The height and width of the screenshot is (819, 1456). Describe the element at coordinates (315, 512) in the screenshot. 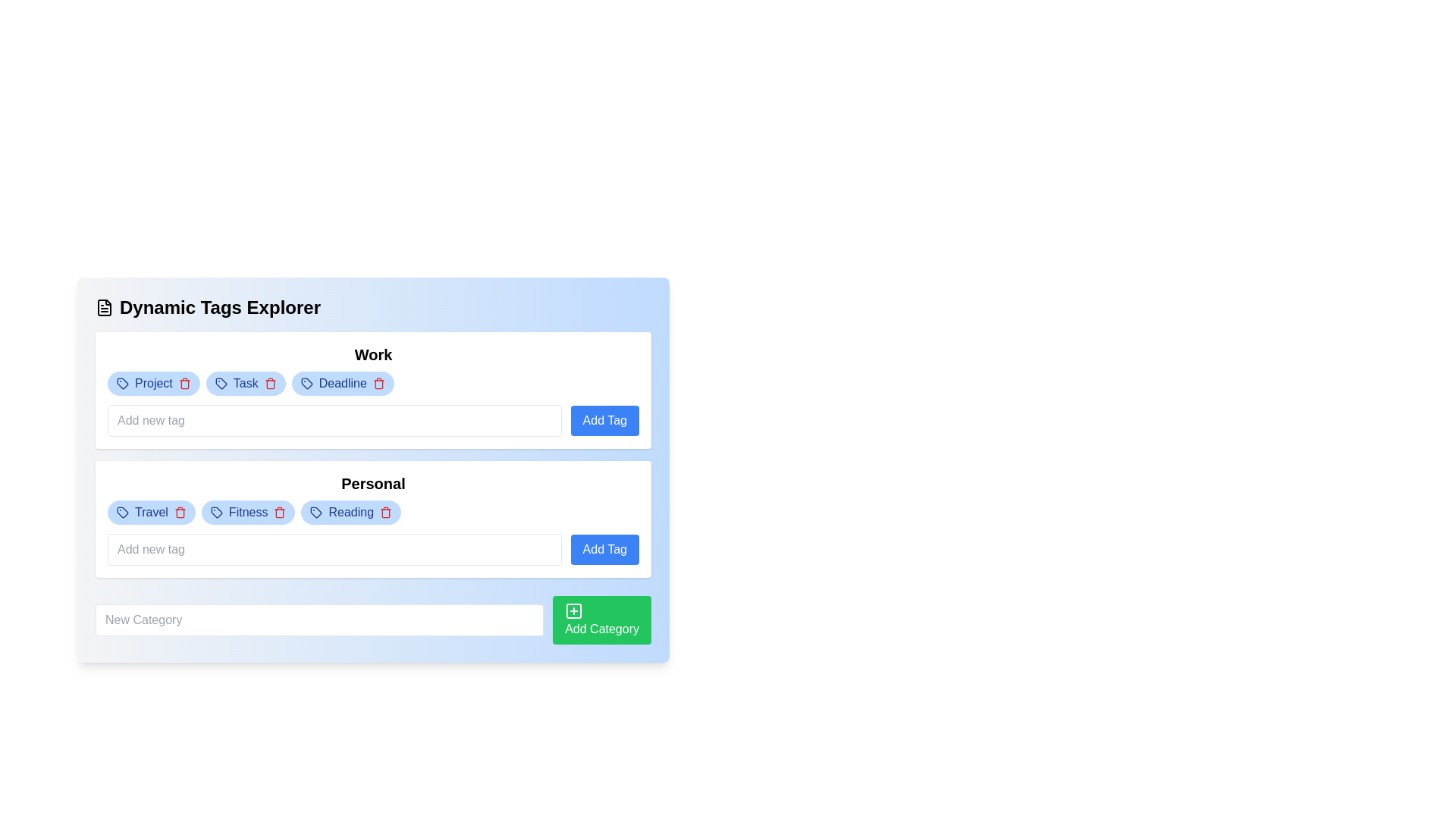

I see `the decorative icon representing the 'Reading' label in the 'Personal' category section, located to the left of the tag's text` at that location.